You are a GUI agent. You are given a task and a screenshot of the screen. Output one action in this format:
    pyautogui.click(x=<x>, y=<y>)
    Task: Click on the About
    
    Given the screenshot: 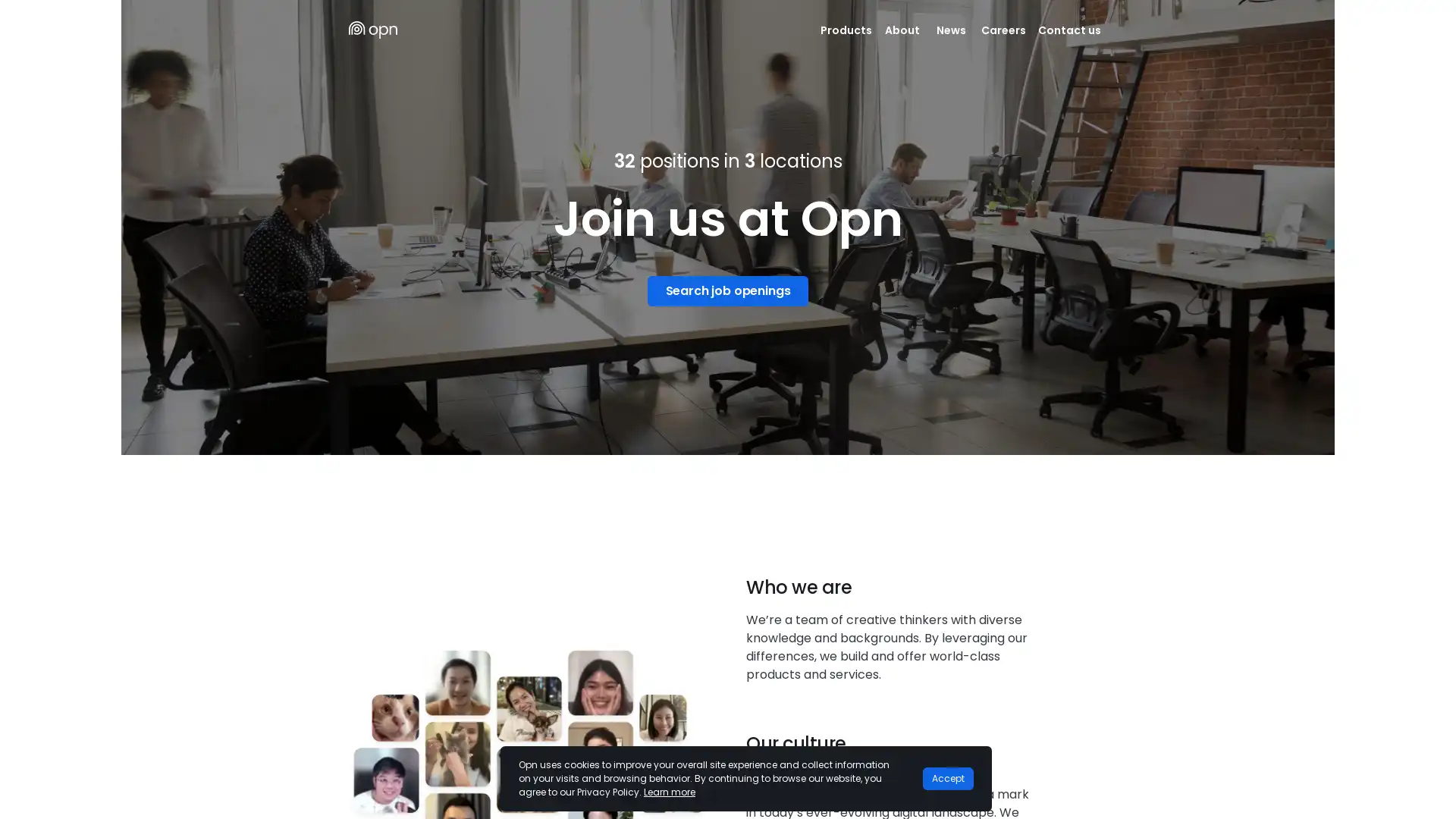 What is the action you would take?
    pyautogui.click(x=902, y=30)
    